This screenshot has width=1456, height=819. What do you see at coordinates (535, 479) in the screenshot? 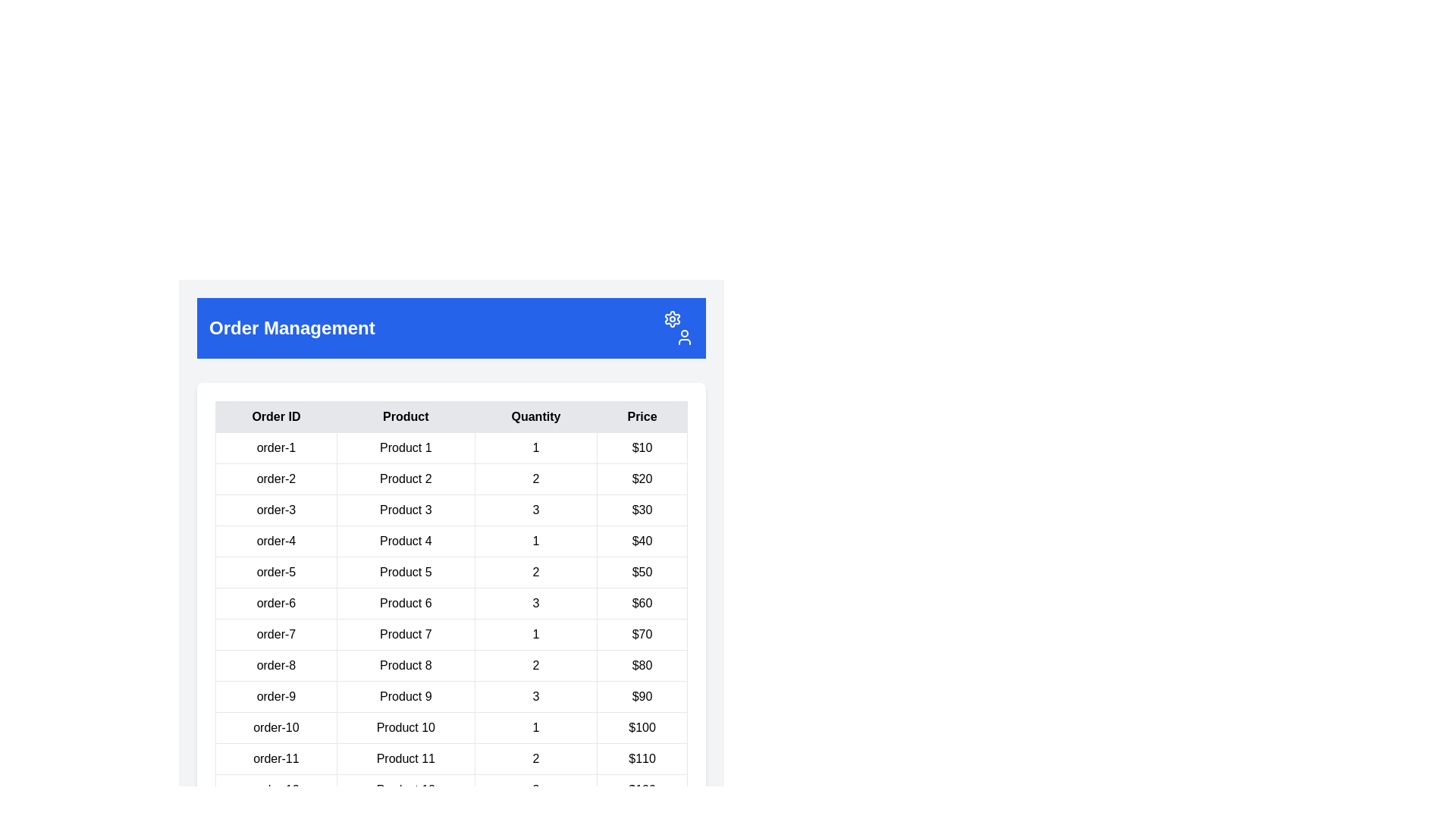
I see `the numeral '2' in the Quantity column of the table, which is aligned with the order-2 entry and Product 2` at bounding box center [535, 479].